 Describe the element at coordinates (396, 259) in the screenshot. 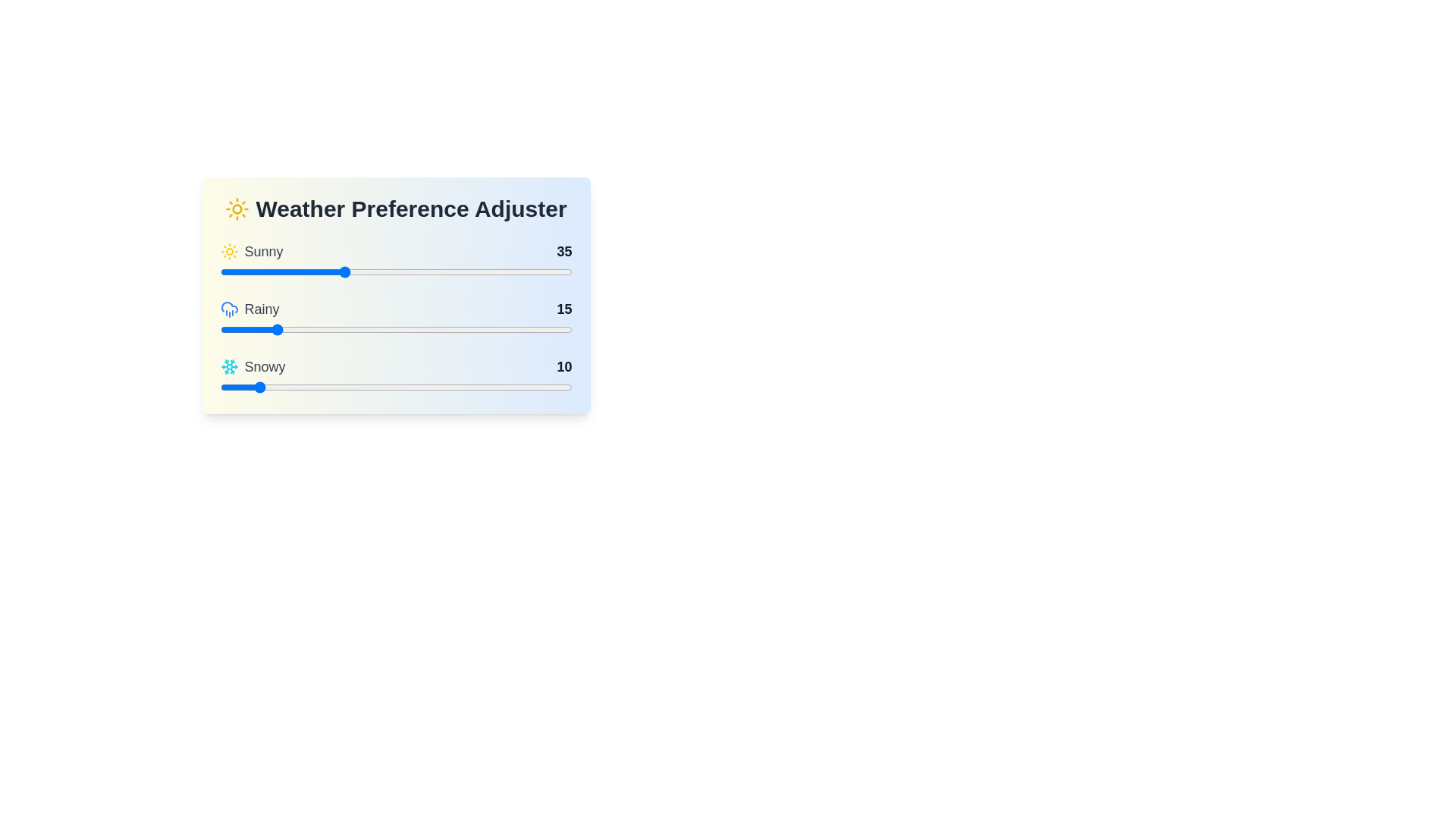

I see `the 'Sunny' slider to inspect its value` at that location.